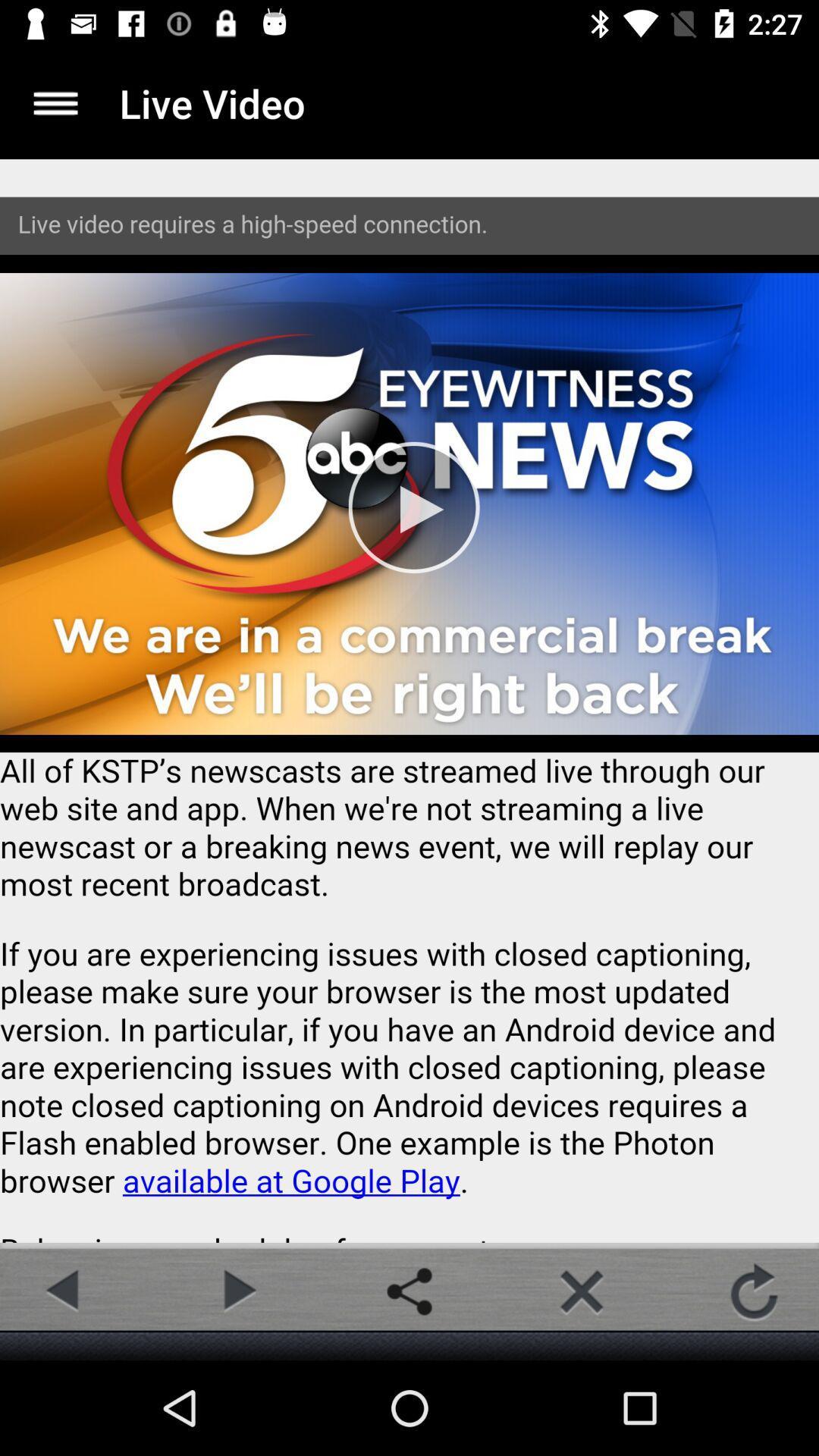 This screenshot has height=1456, width=819. Describe the element at coordinates (237, 1291) in the screenshot. I see `next option` at that location.